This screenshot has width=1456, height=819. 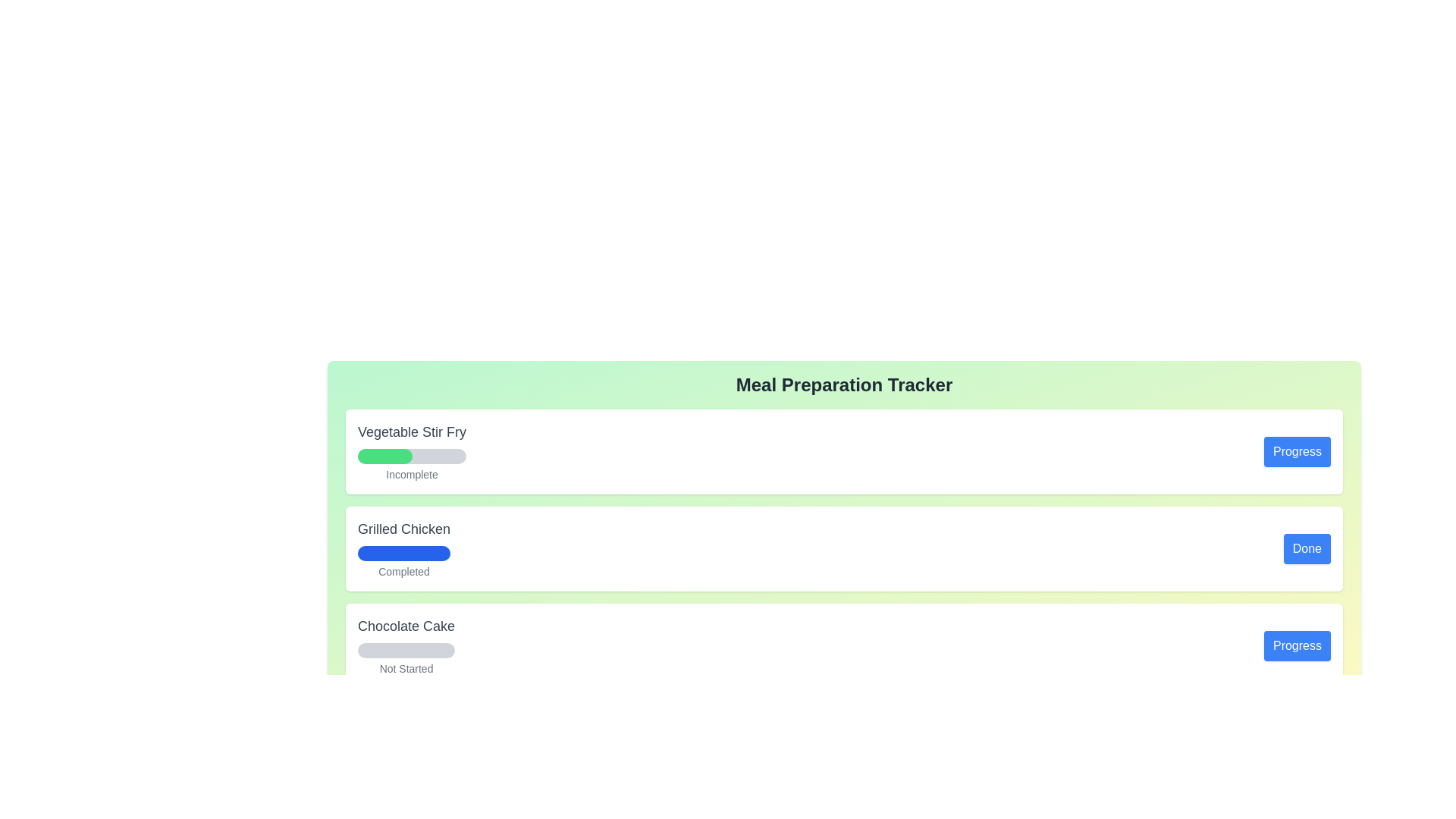 I want to click on the rectangular blue button labeled 'Done' located at the far right of the 'Grilled Chicken' panel in the 'Meal Preparation Tracker' interface, so click(x=1306, y=549).